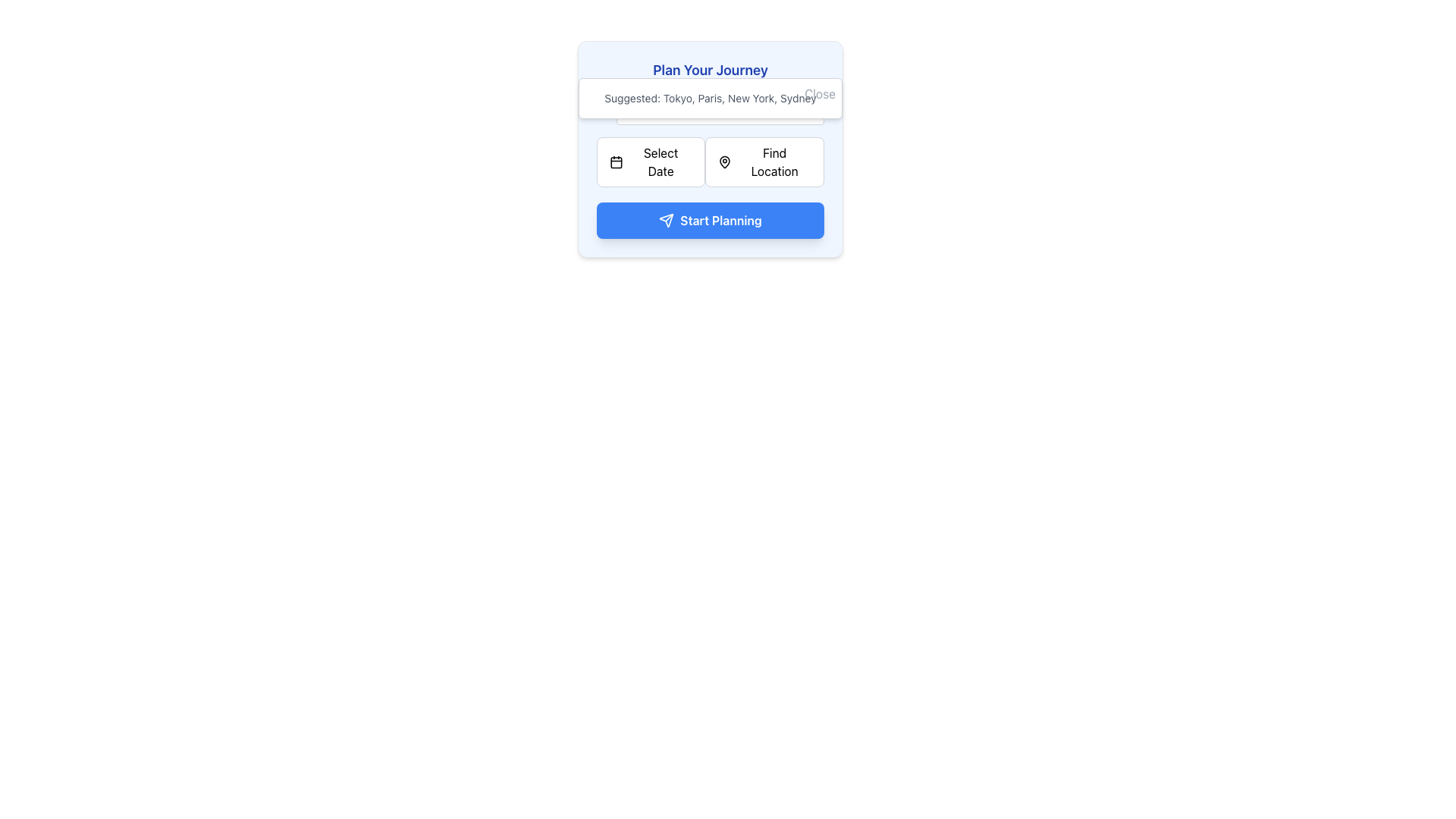 This screenshot has height=819, width=1456. What do you see at coordinates (616, 162) in the screenshot?
I see `the main rectangular body of the calendar icon component located to the left of the 'Select Date' label` at bounding box center [616, 162].